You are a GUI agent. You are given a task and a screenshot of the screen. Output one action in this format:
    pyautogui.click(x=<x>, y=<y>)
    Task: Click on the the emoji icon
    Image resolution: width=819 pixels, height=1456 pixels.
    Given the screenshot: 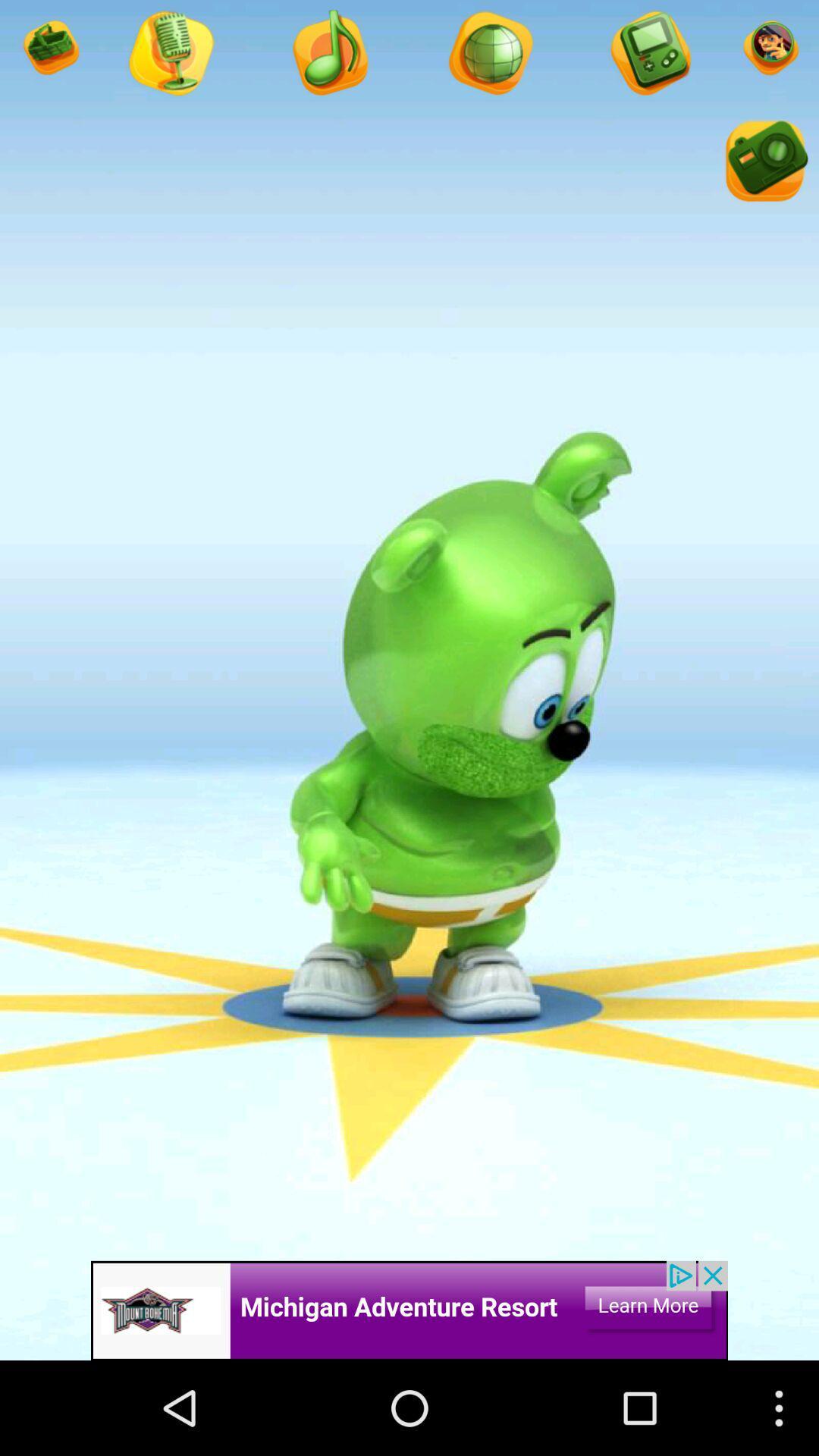 What is the action you would take?
    pyautogui.click(x=49, y=53)
    